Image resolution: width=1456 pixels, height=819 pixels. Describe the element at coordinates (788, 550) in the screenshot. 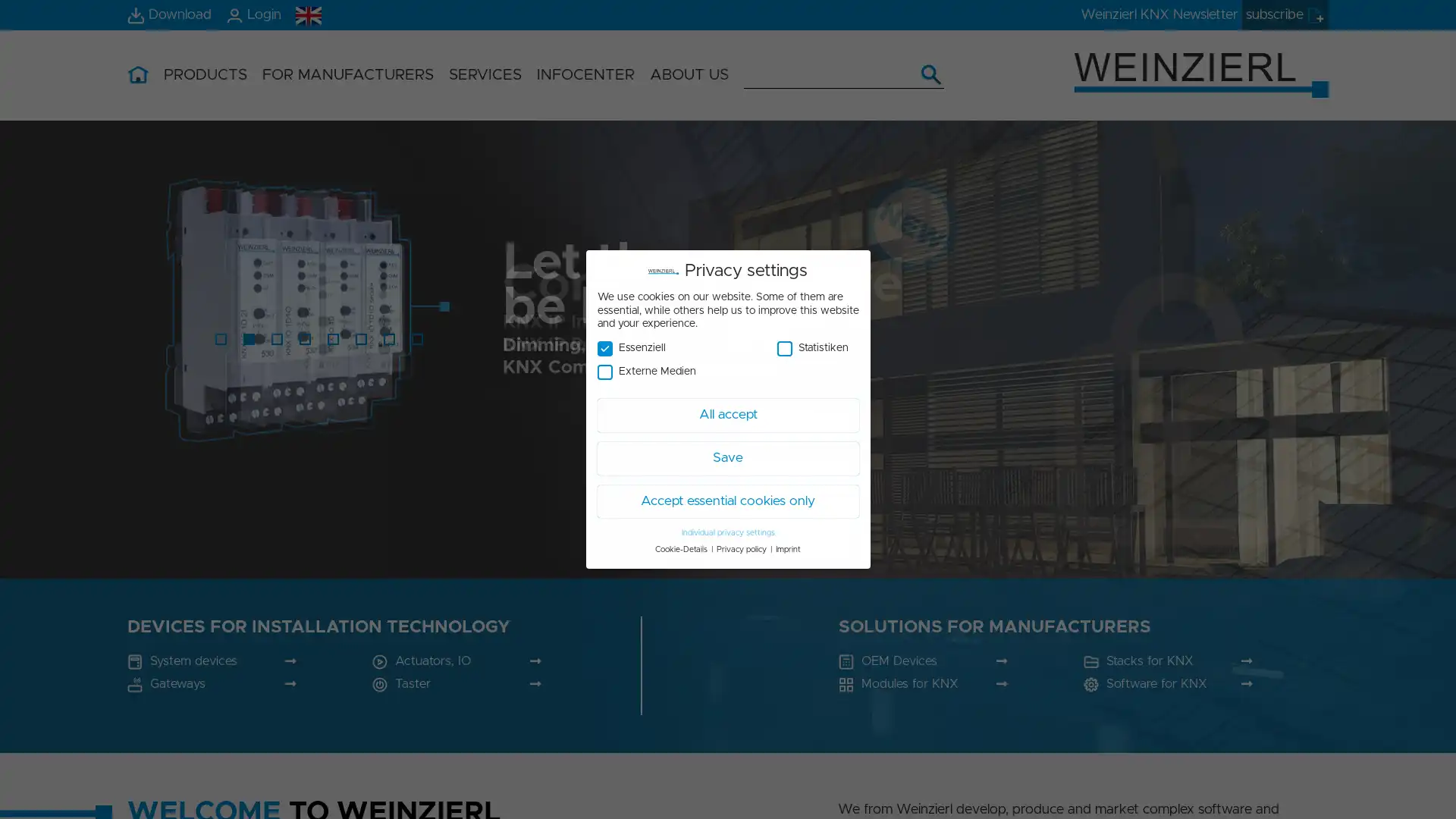

I see `Imprint` at that location.